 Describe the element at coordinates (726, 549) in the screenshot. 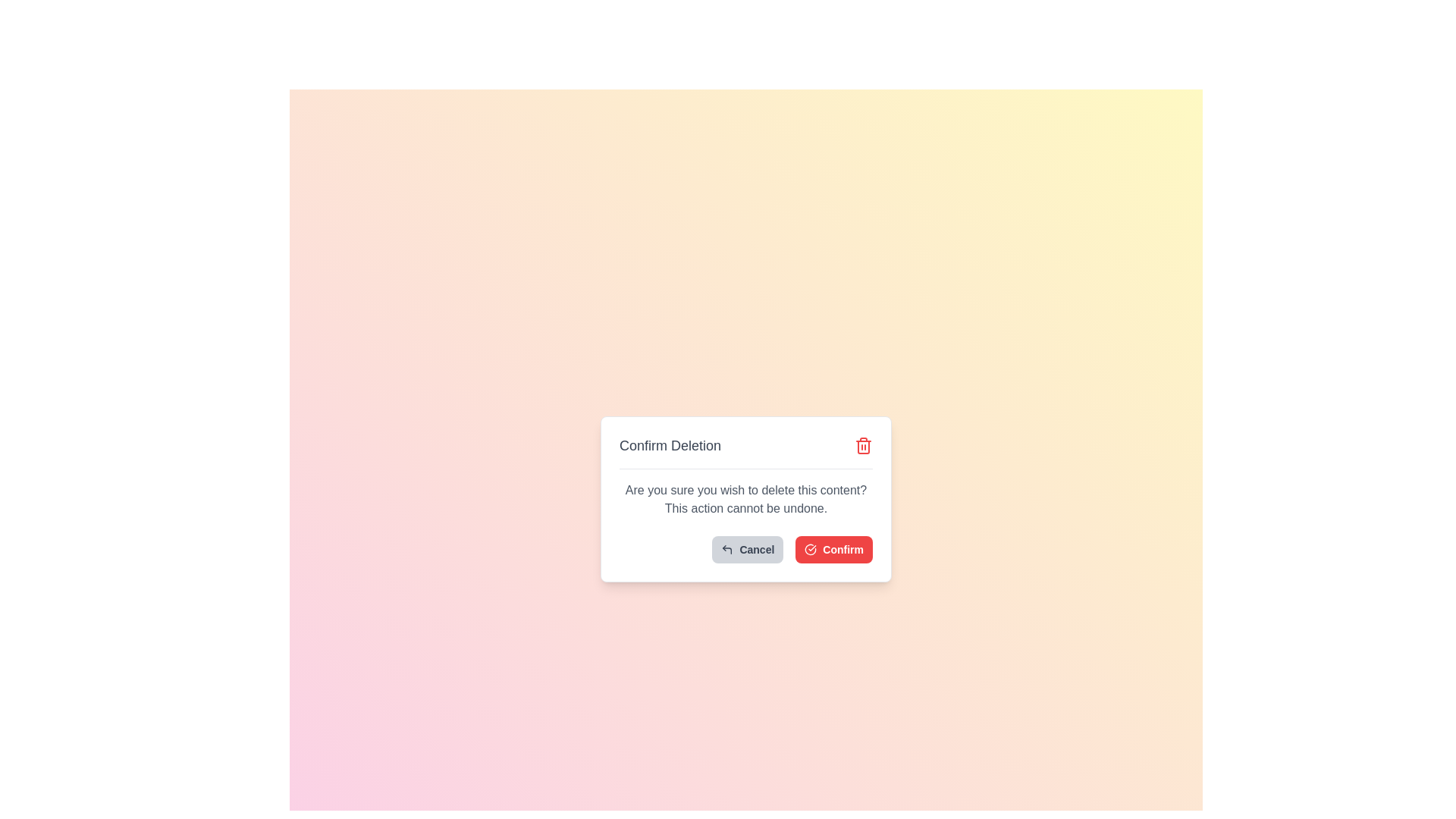

I see `the left-turn upward arrow icon styled with a thin outline and rounded corners located in the bottom-left corner of the confirmation modal, which serves as the 'Cancel' button` at that location.